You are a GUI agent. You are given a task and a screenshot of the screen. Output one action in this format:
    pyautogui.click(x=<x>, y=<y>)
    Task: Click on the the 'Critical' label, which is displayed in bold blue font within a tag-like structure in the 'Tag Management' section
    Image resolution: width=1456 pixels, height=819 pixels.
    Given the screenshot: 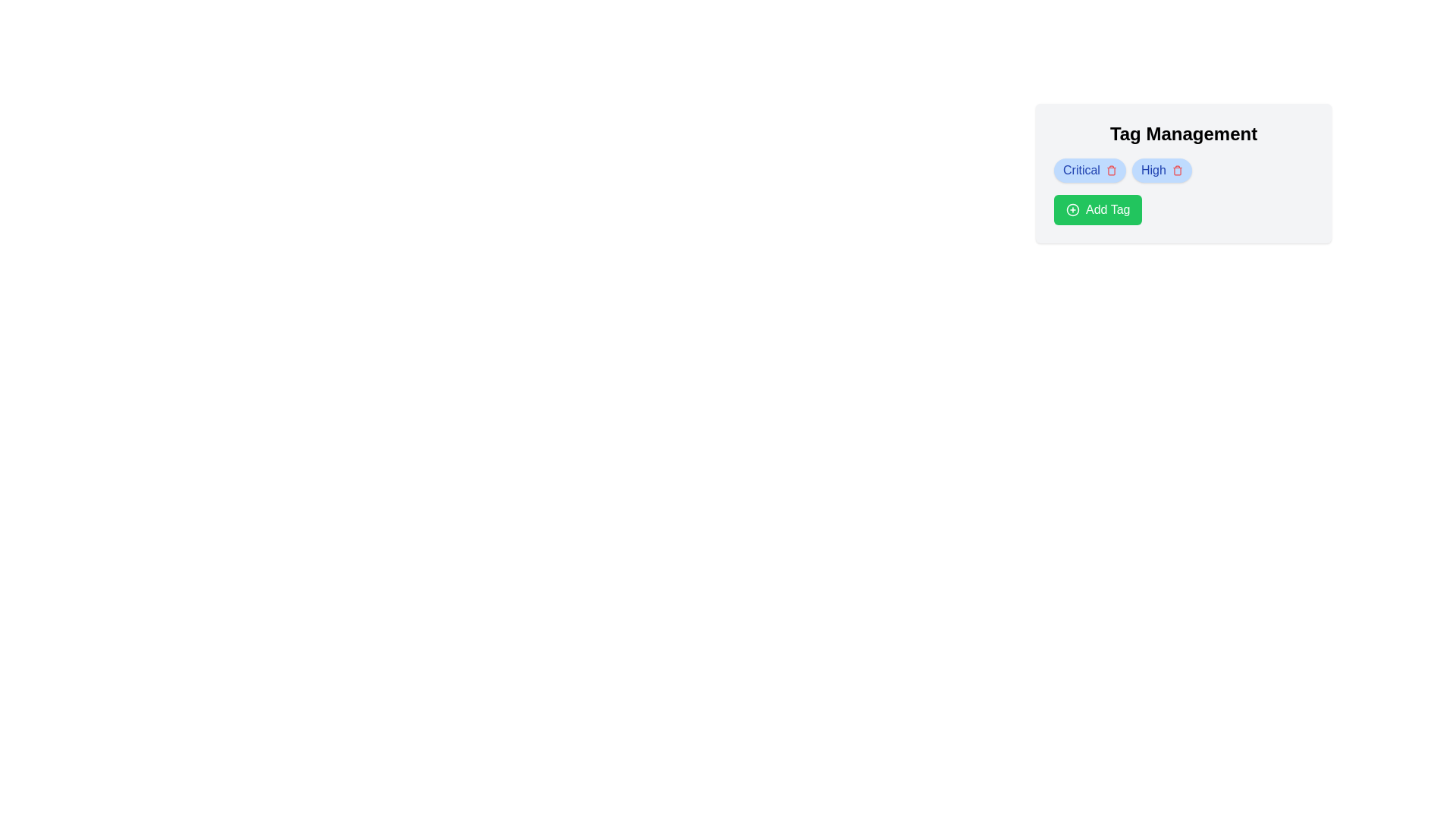 What is the action you would take?
    pyautogui.click(x=1081, y=170)
    